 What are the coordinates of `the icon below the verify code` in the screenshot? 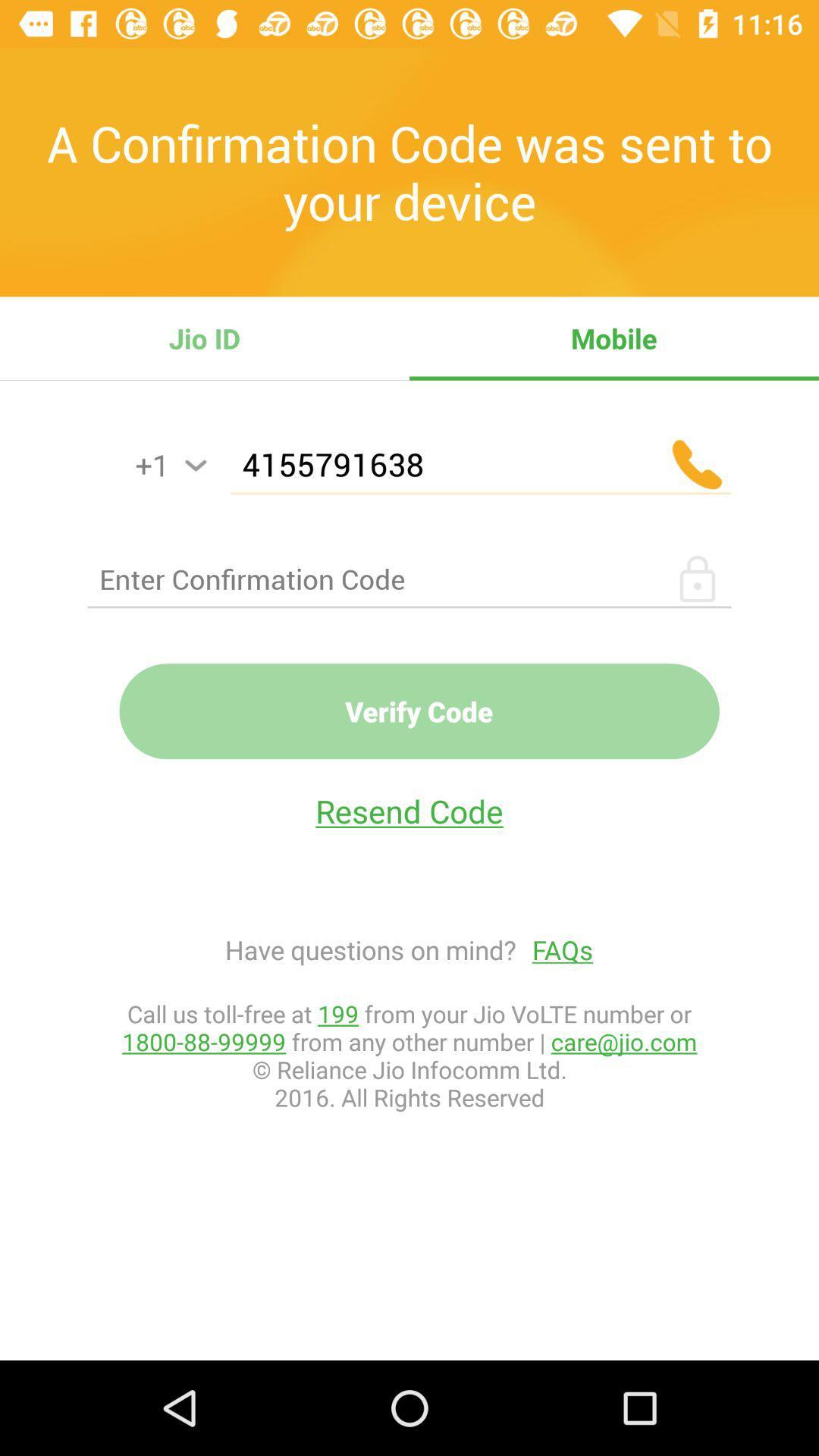 It's located at (409, 810).